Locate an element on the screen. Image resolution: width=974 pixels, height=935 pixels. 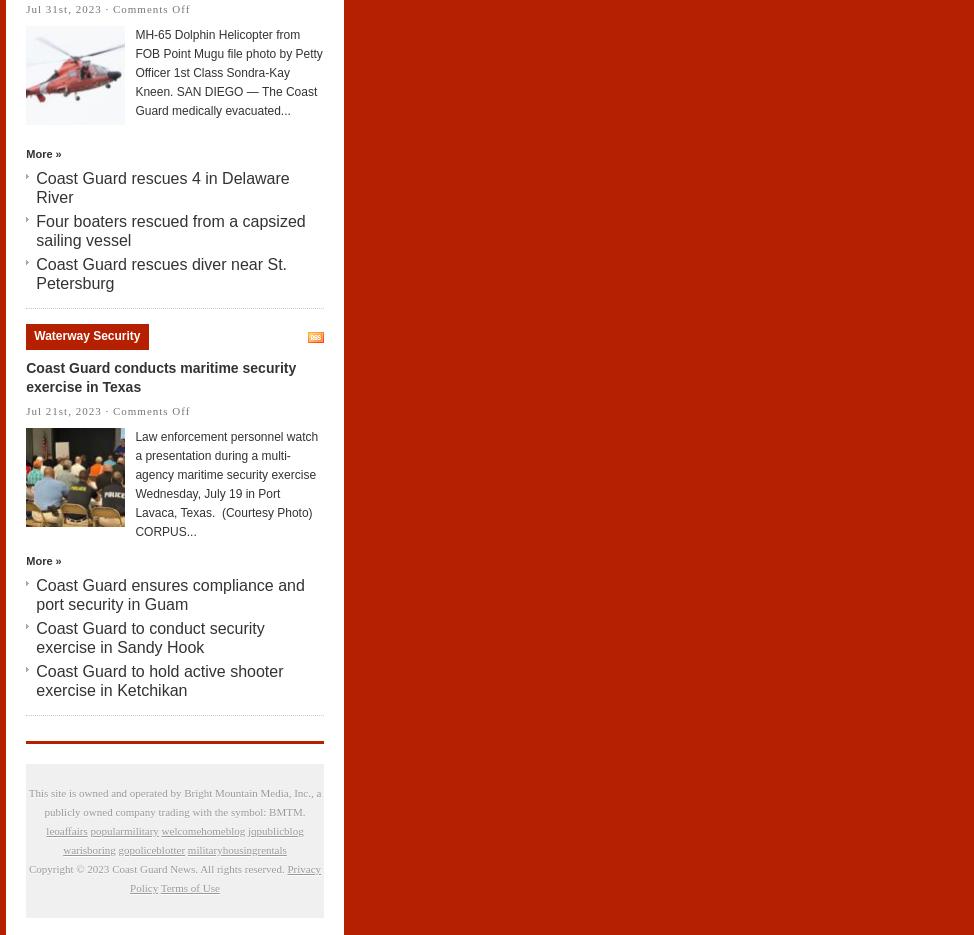
'Coast Guard ensures compliance and port security in Guam' is located at coordinates (169, 594).